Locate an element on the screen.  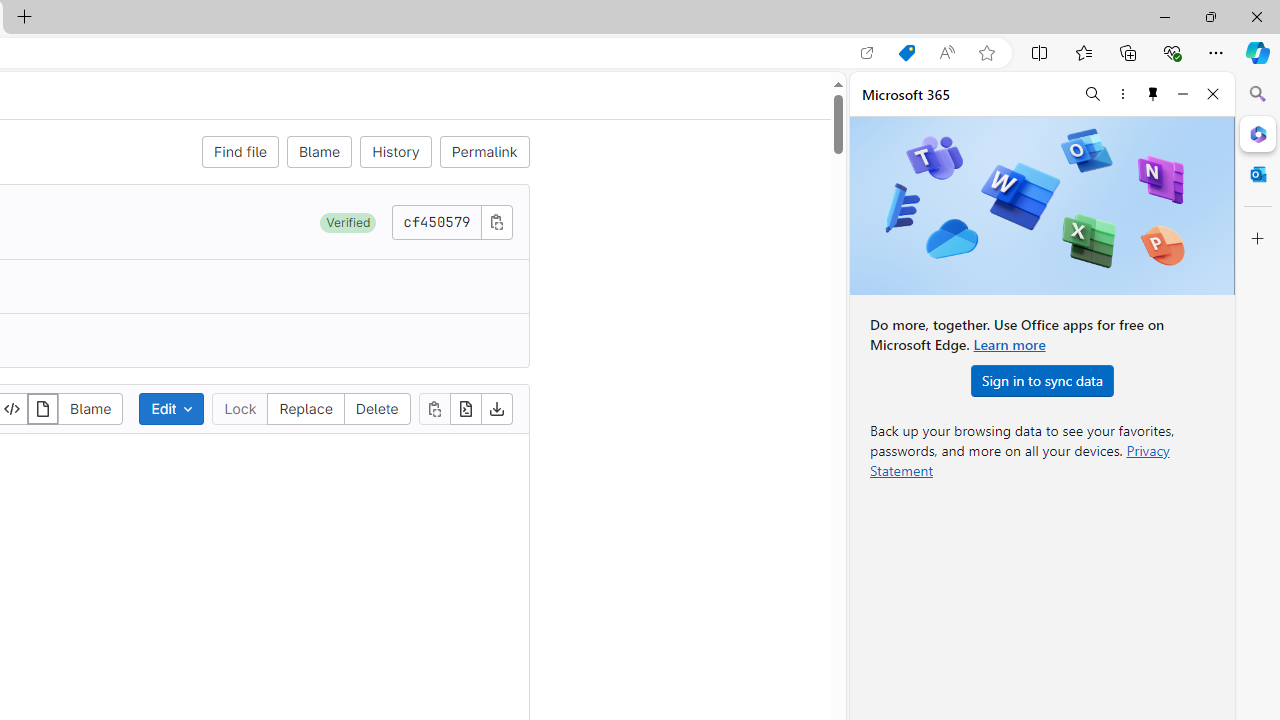
'Edit' is located at coordinates (172, 407).